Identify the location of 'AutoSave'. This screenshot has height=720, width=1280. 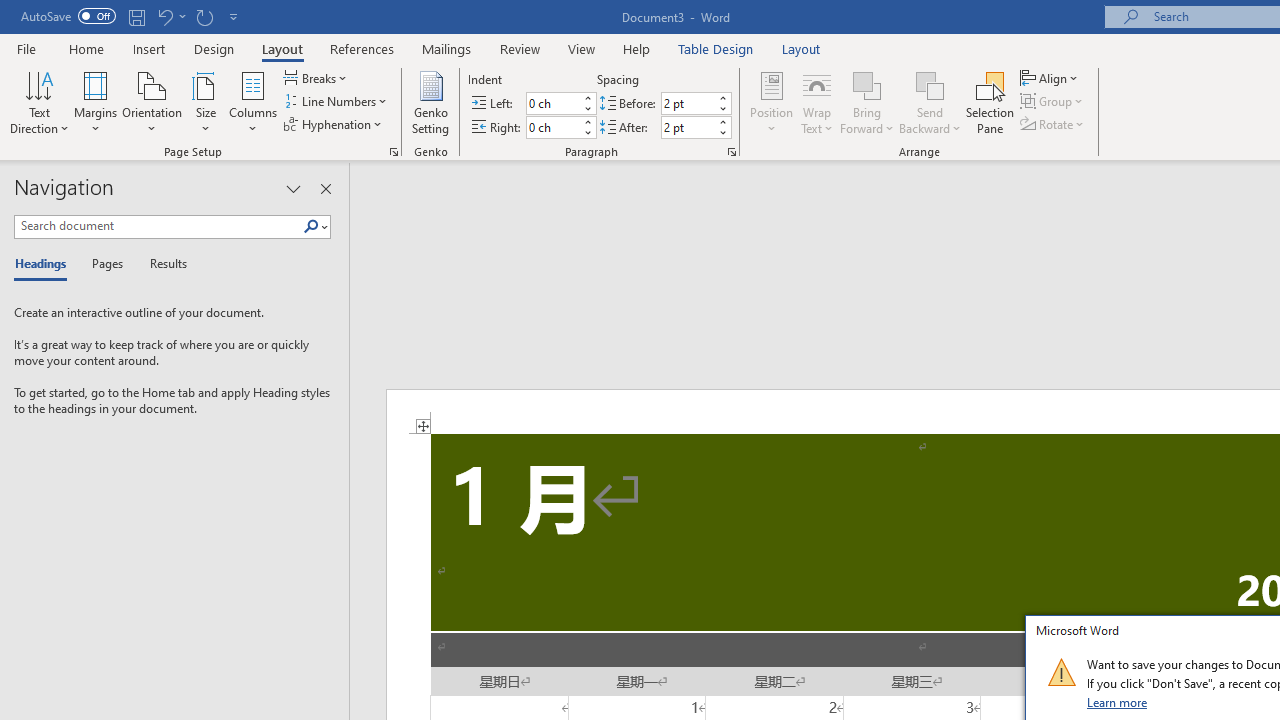
(68, 16).